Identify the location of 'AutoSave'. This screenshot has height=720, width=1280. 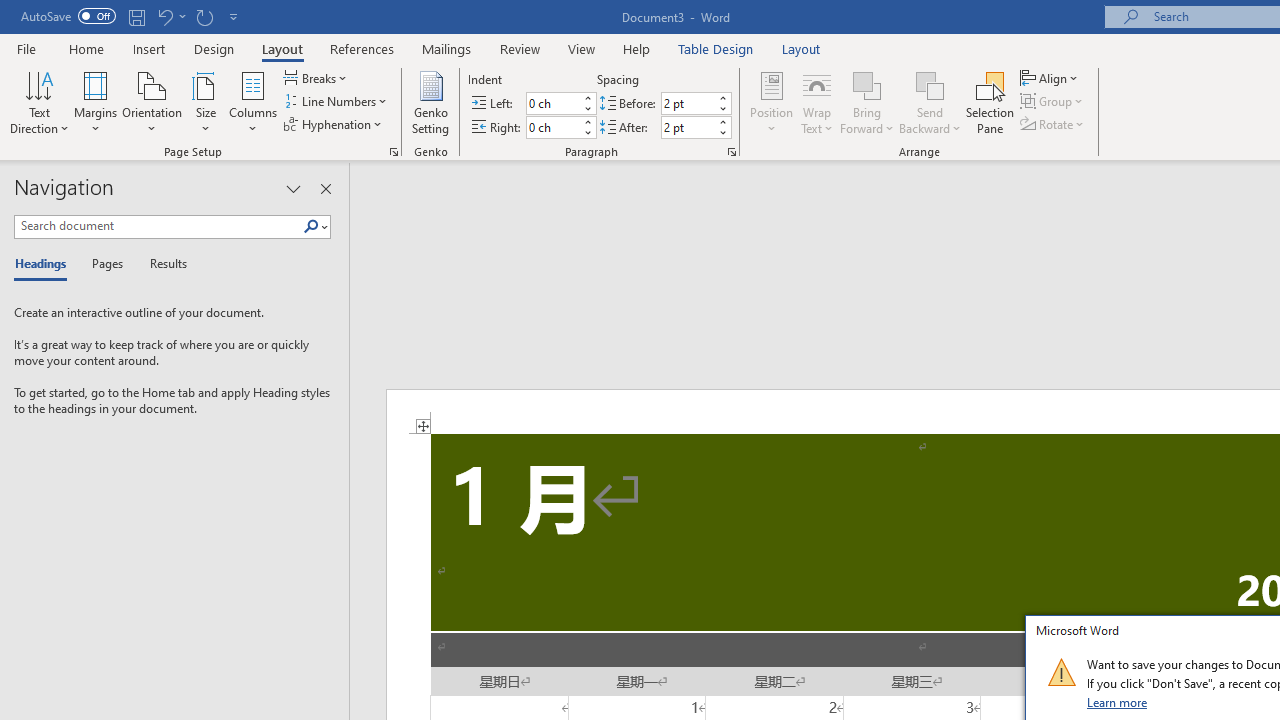
(68, 16).